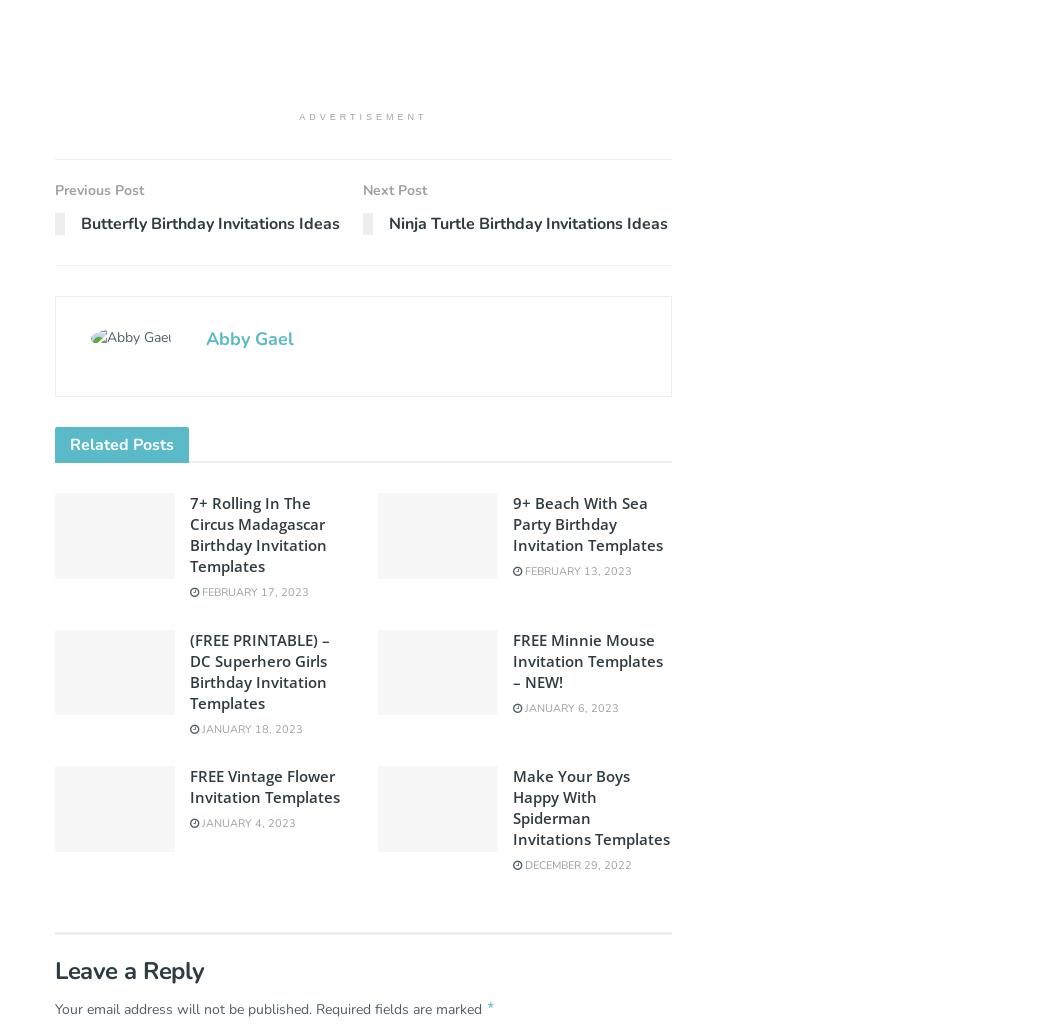  Describe the element at coordinates (258, 534) in the screenshot. I see `'7+ Rolling In The Circus Madagascar Birthday Invitation Templates'` at that location.